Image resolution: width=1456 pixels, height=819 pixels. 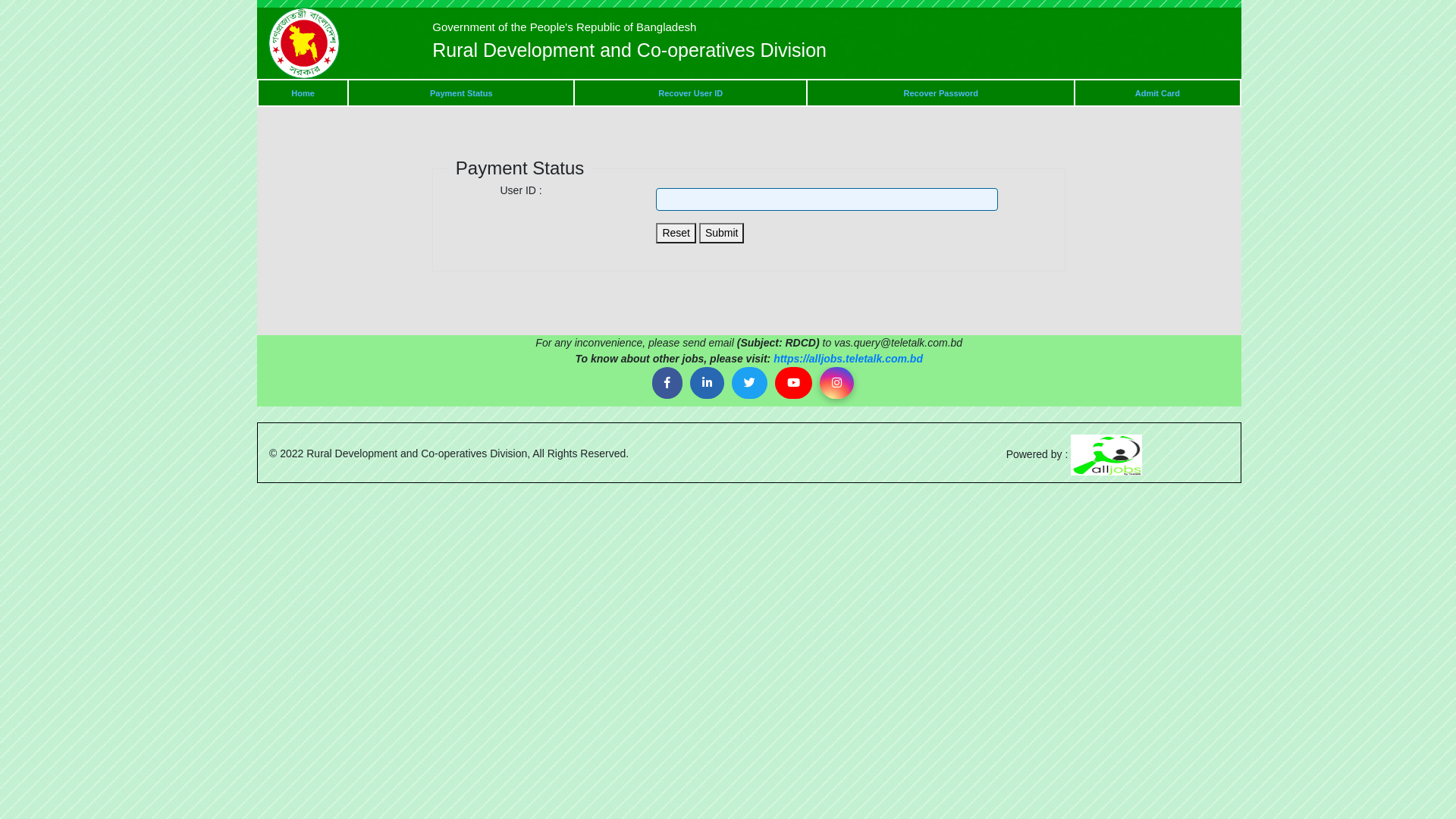 I want to click on 'Home', so click(x=303, y=93).